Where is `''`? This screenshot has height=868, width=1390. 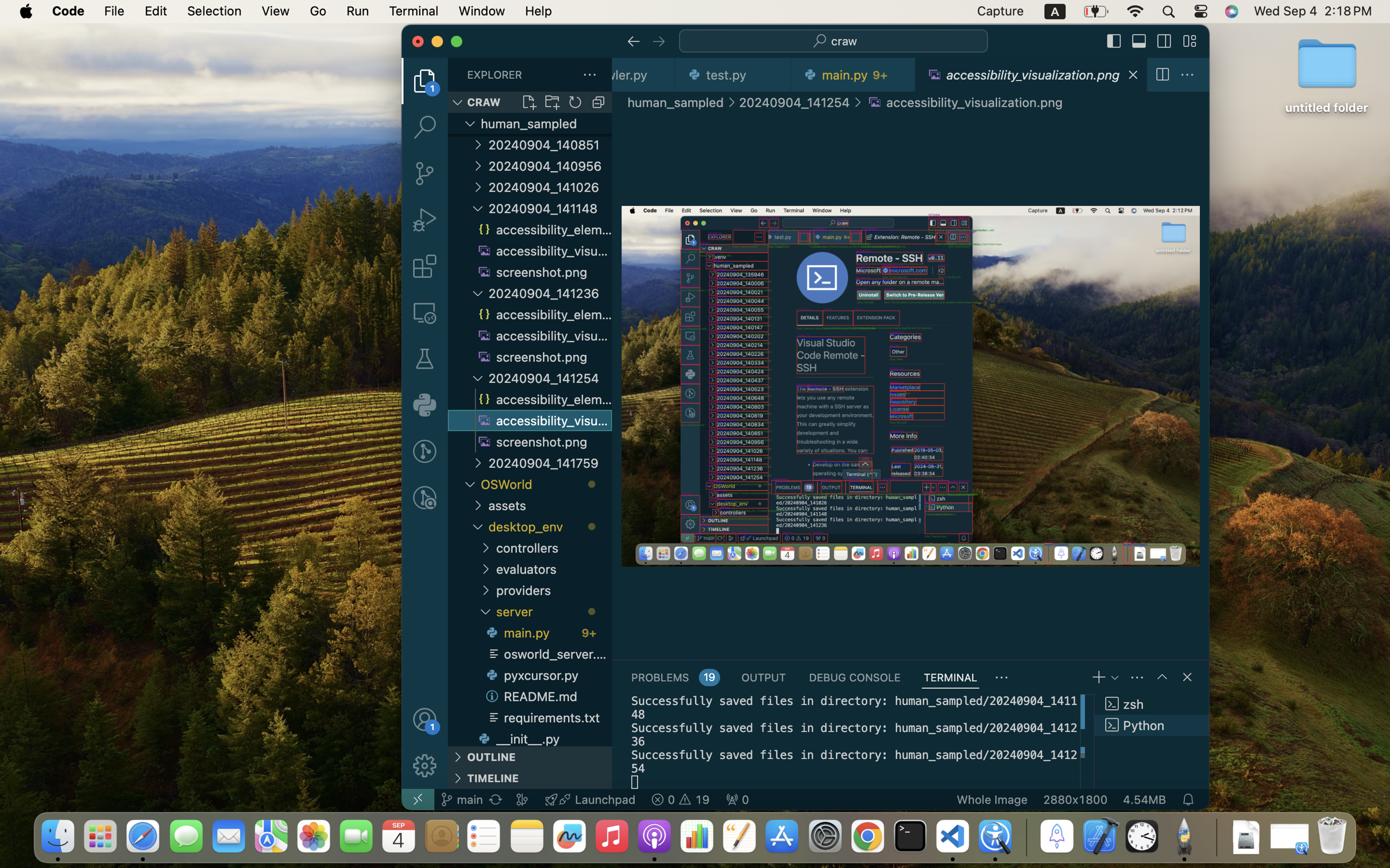 '' is located at coordinates (1164, 41).